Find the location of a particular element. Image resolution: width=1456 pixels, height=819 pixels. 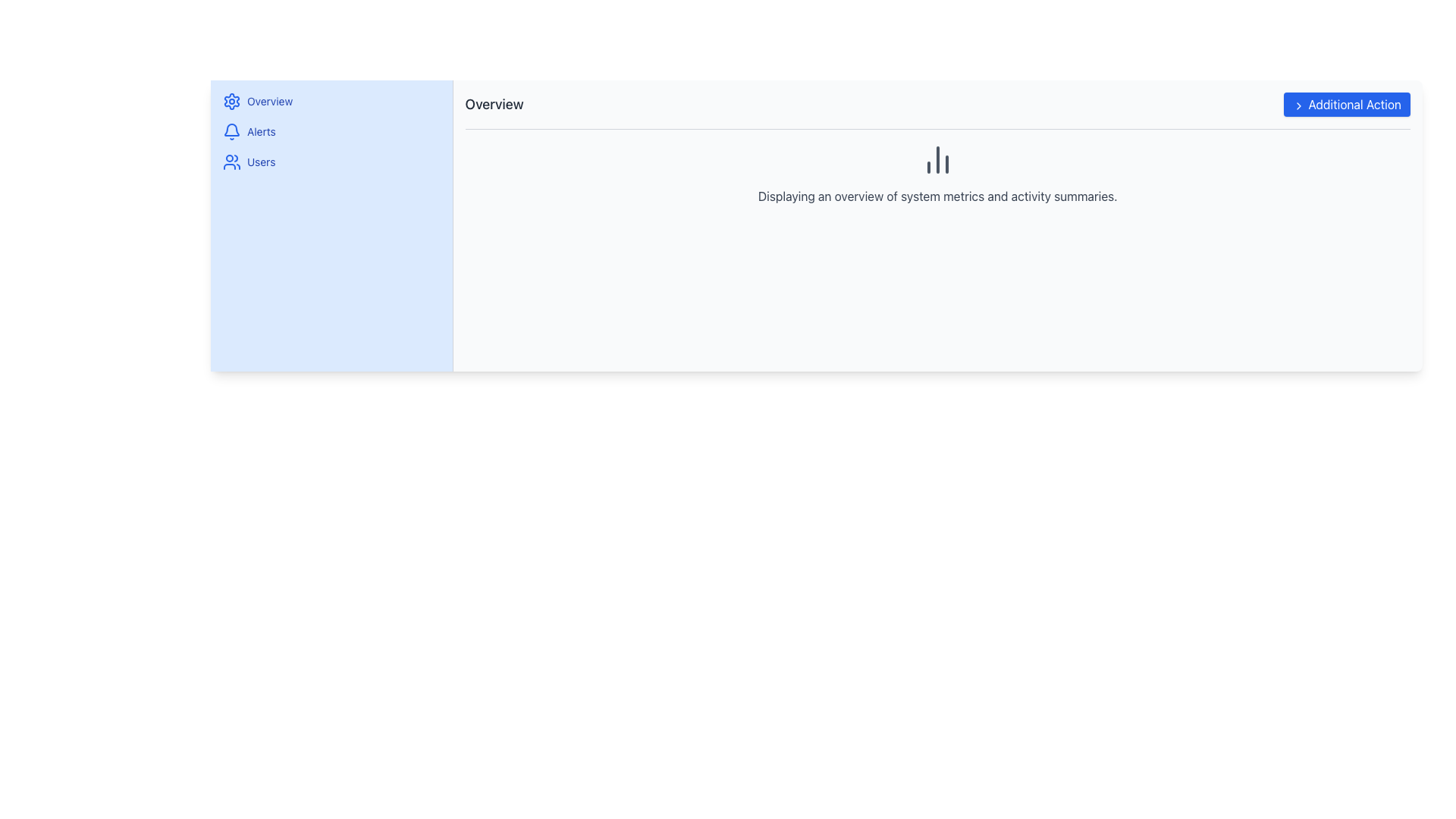

informative section header that displays an overview of system metrics and activity summaries, which includes a bar chart icon and centered gray text is located at coordinates (937, 172).